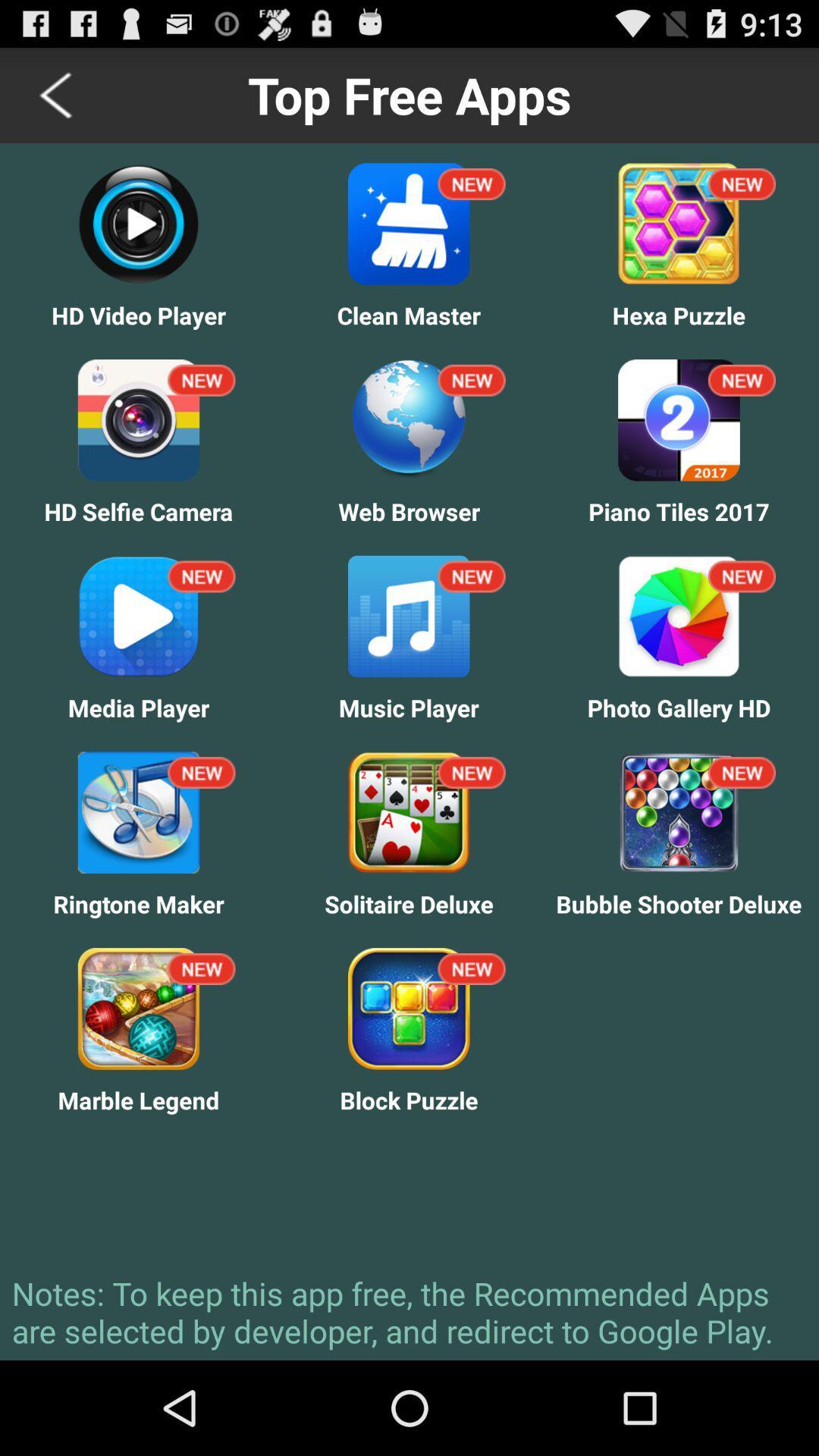 Image resolution: width=819 pixels, height=1456 pixels. Describe the element at coordinates (408, 1009) in the screenshot. I see `the fifth row of second image` at that location.